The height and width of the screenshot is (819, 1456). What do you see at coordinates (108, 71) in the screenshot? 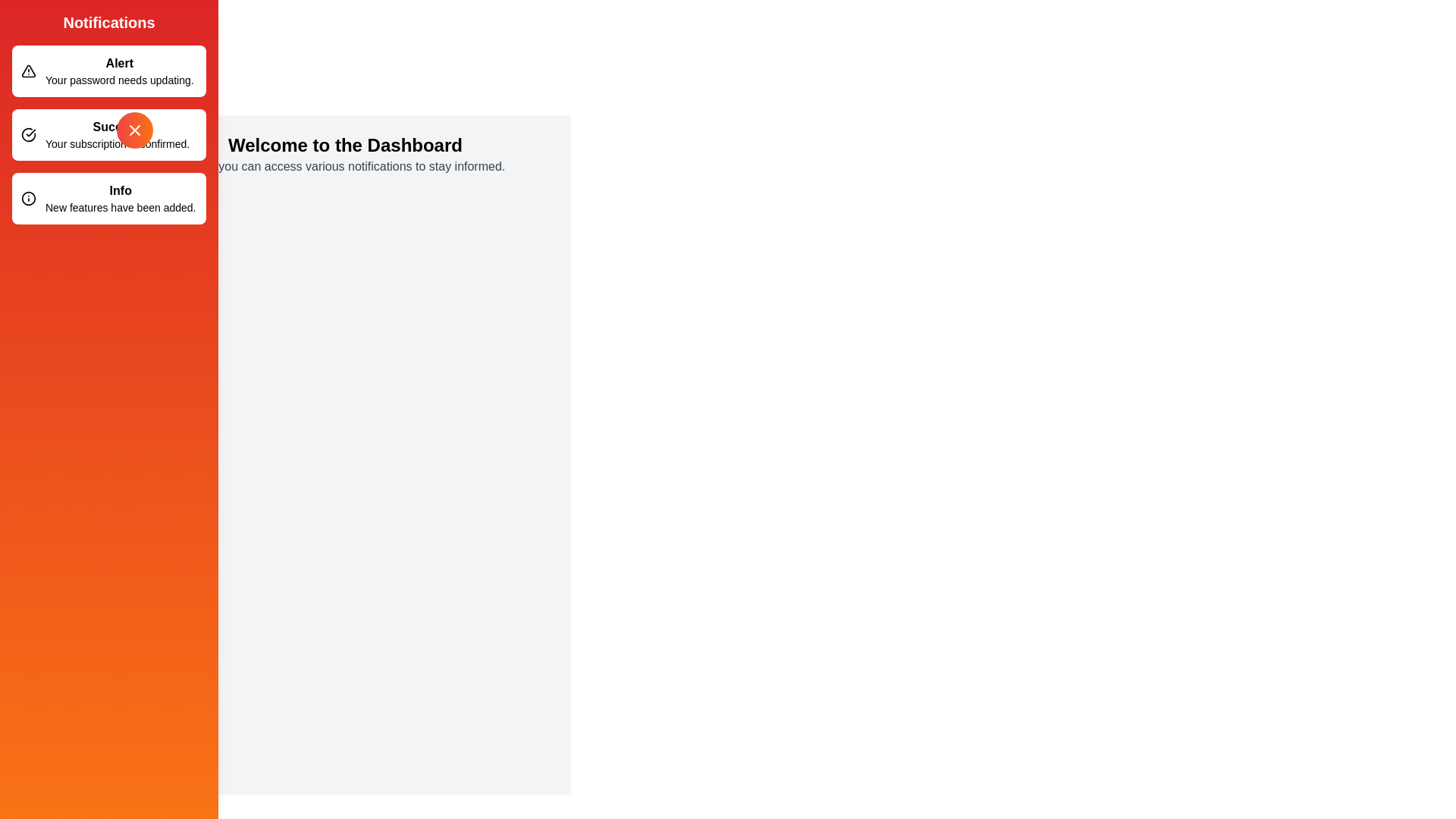
I see `the notification Alert` at bounding box center [108, 71].